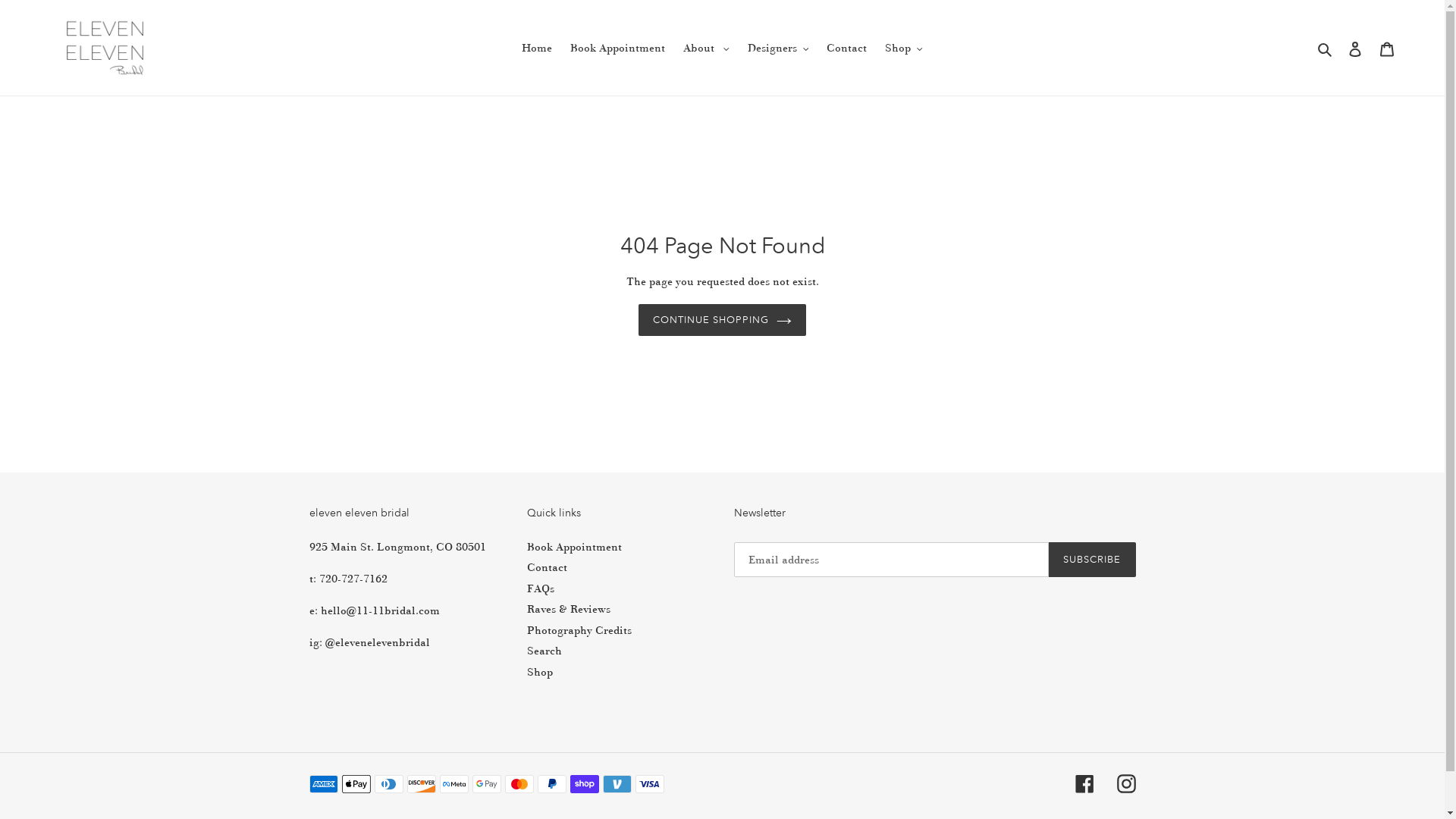 The height and width of the screenshot is (819, 1456). Describe the element at coordinates (1125, 783) in the screenshot. I see `'Instagram'` at that location.